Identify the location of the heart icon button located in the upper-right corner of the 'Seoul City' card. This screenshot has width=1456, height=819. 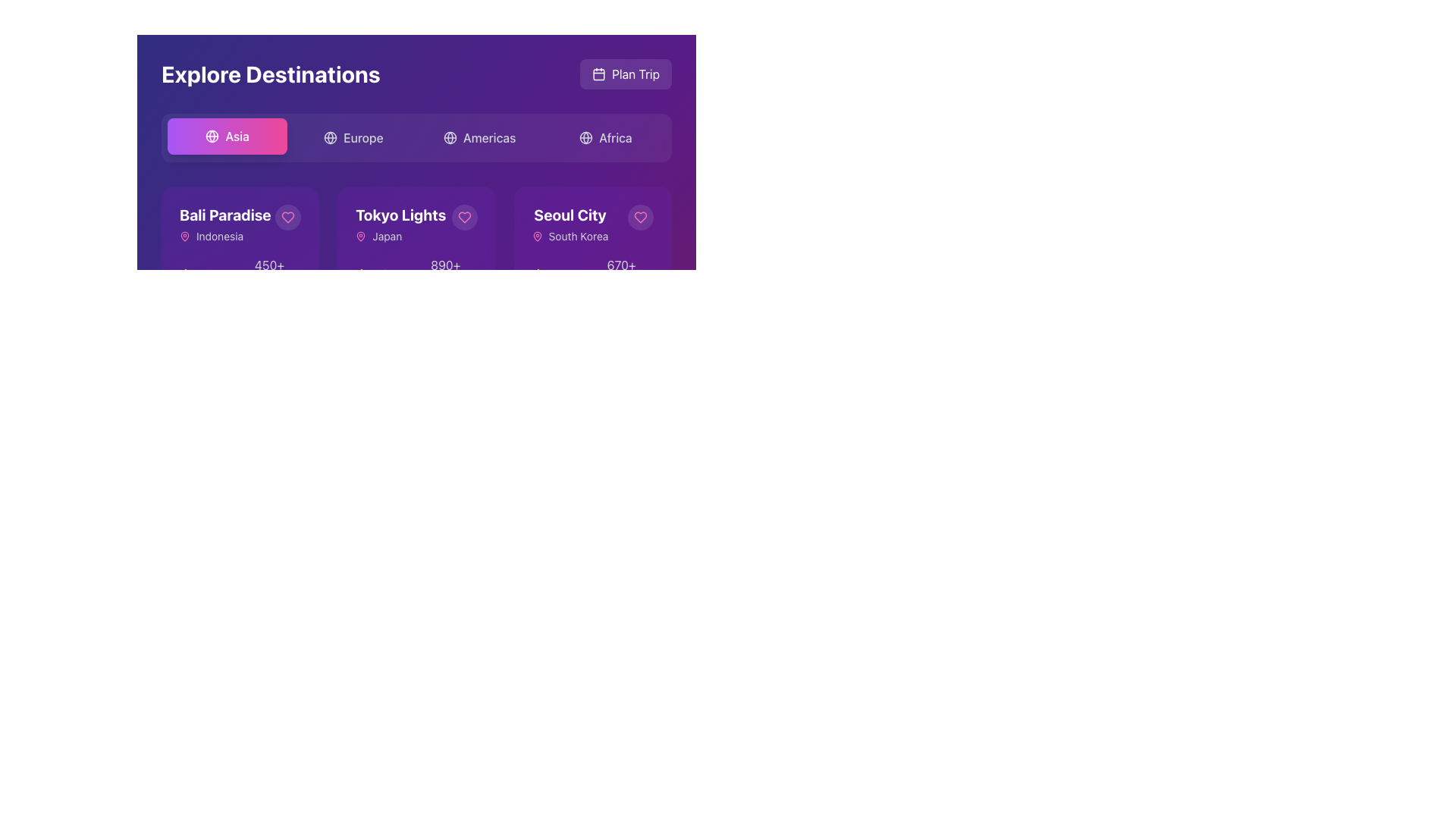
(640, 217).